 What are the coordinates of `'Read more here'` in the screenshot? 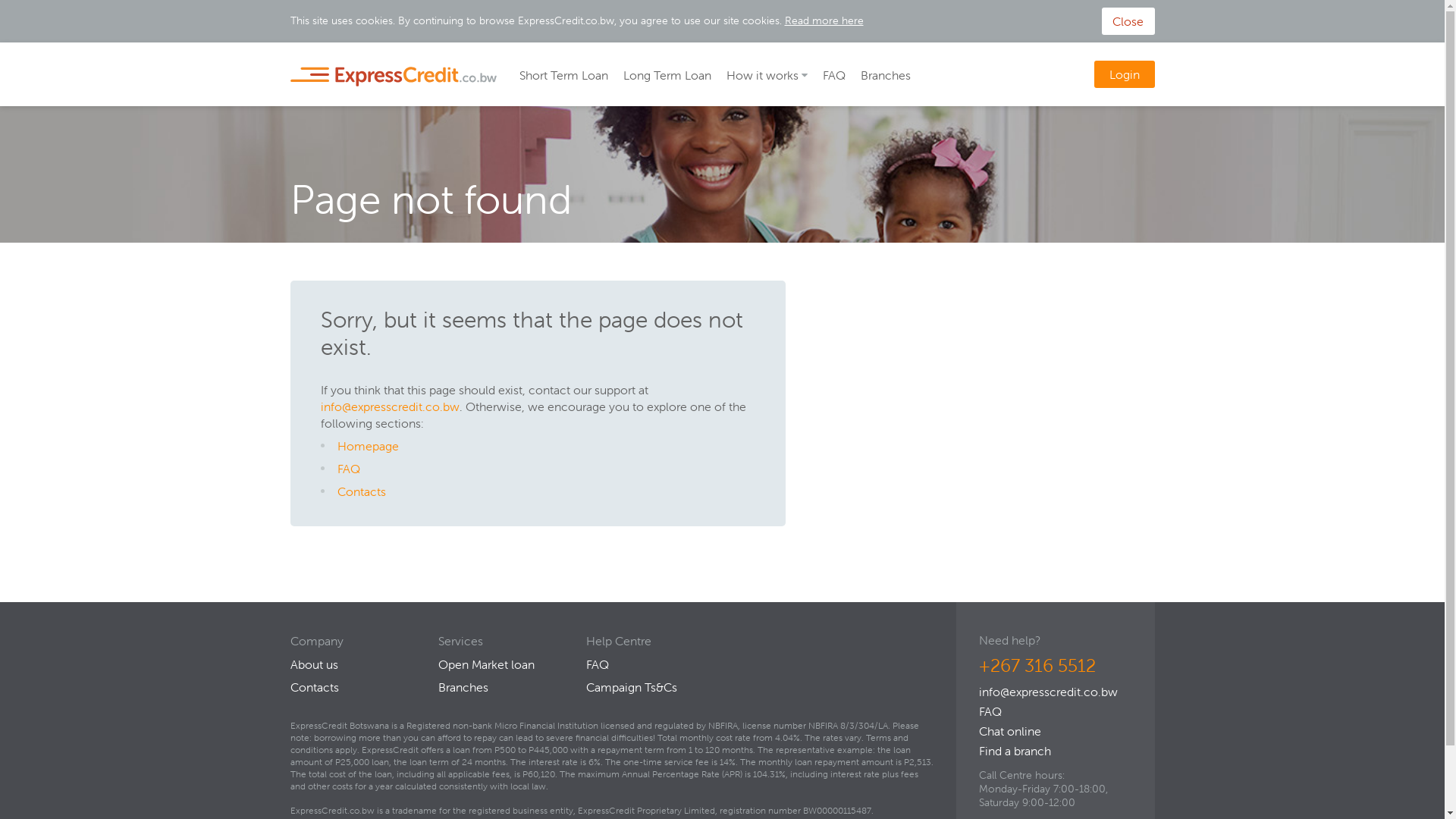 It's located at (822, 20).